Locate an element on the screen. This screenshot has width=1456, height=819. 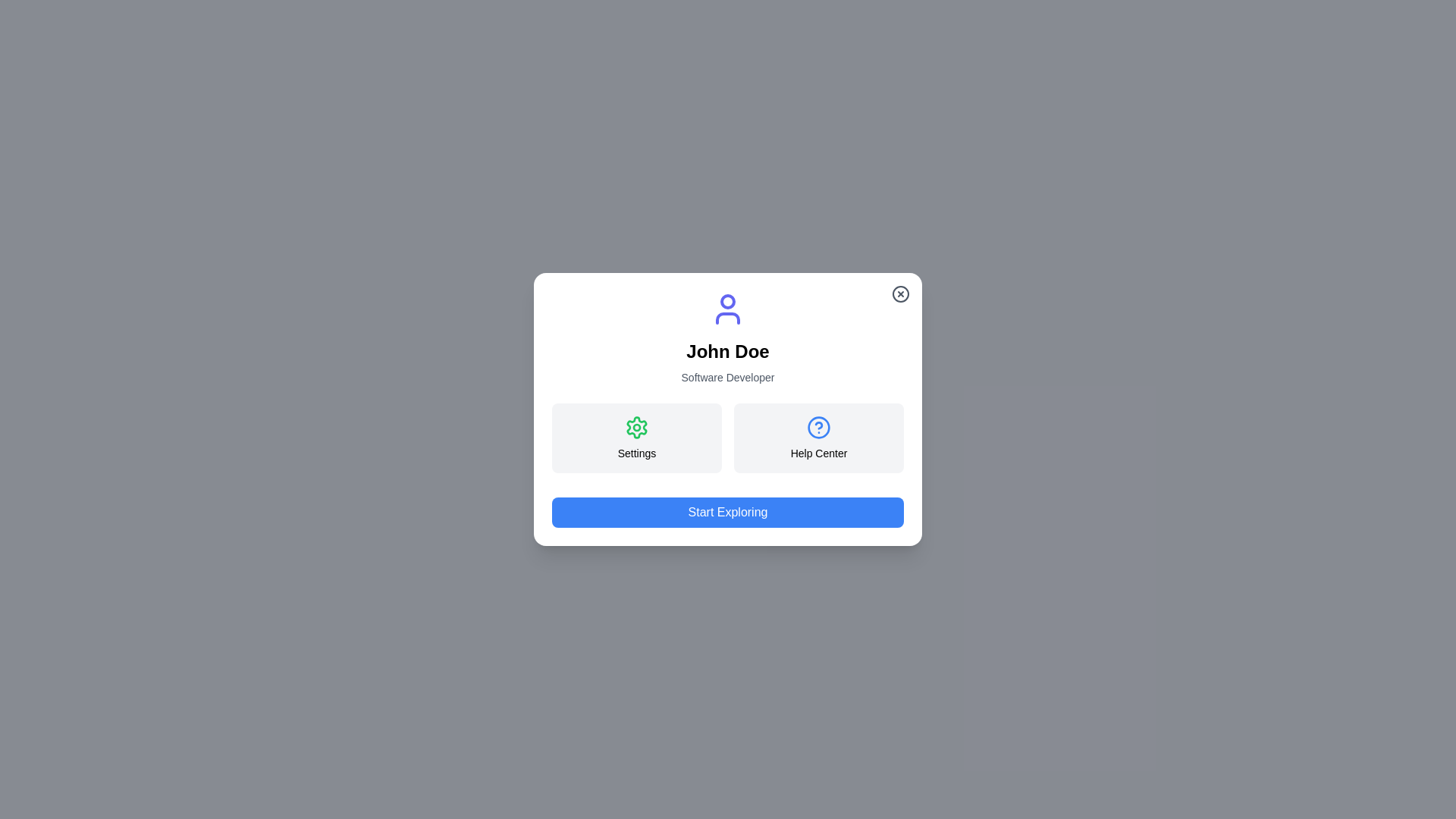
the circular 'x' button located at the top-right corner of the profile information card using keyboard navigation is located at coordinates (901, 294).